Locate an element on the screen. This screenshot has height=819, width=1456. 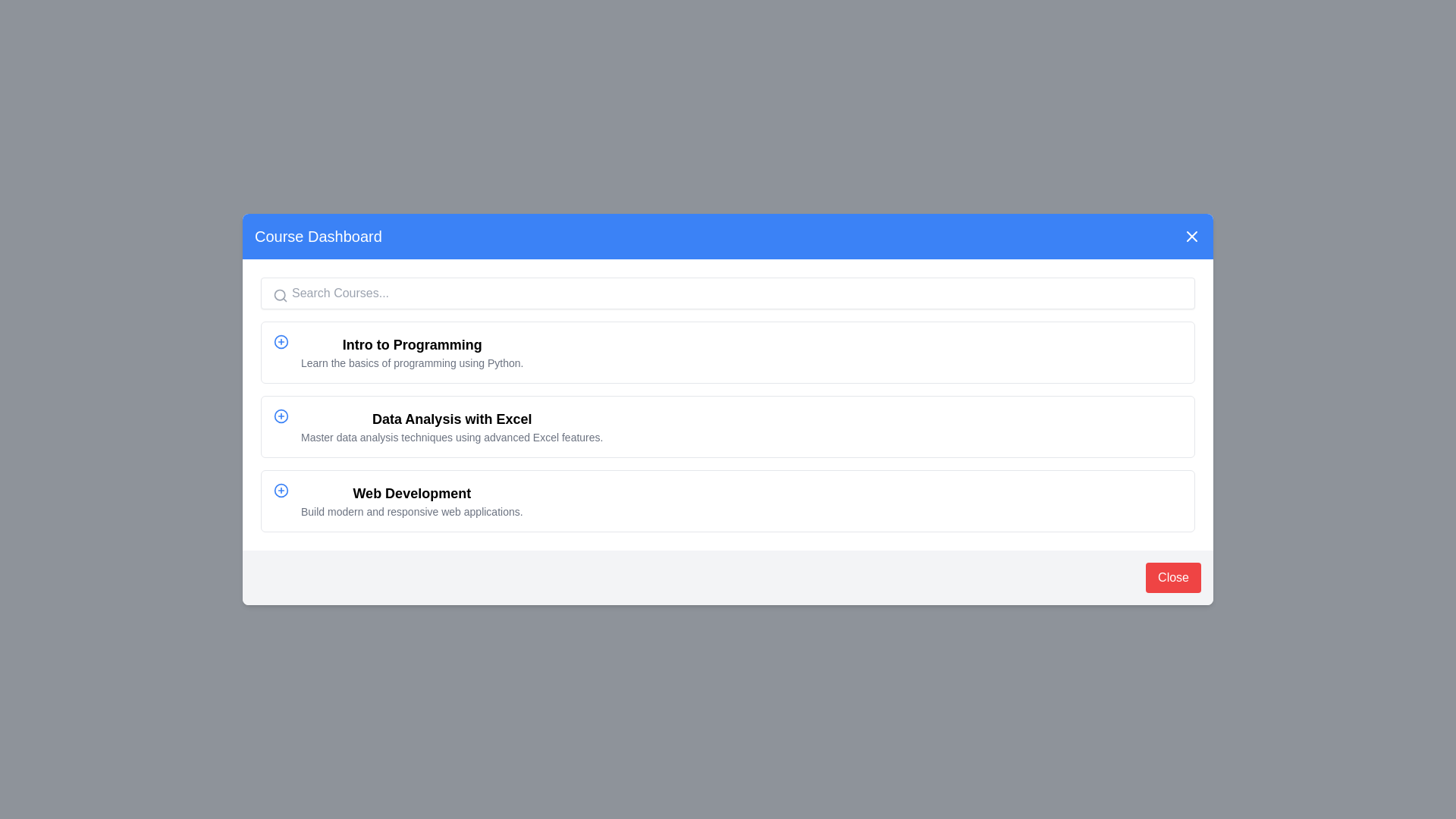
the text component that provides information about the 'Data Analysis with Excel' course located in the centered modal titled 'Course Dashboard'. It is the second item in the list, positioned between 'Intro to Programming' and 'Web Development' is located at coordinates (450, 427).